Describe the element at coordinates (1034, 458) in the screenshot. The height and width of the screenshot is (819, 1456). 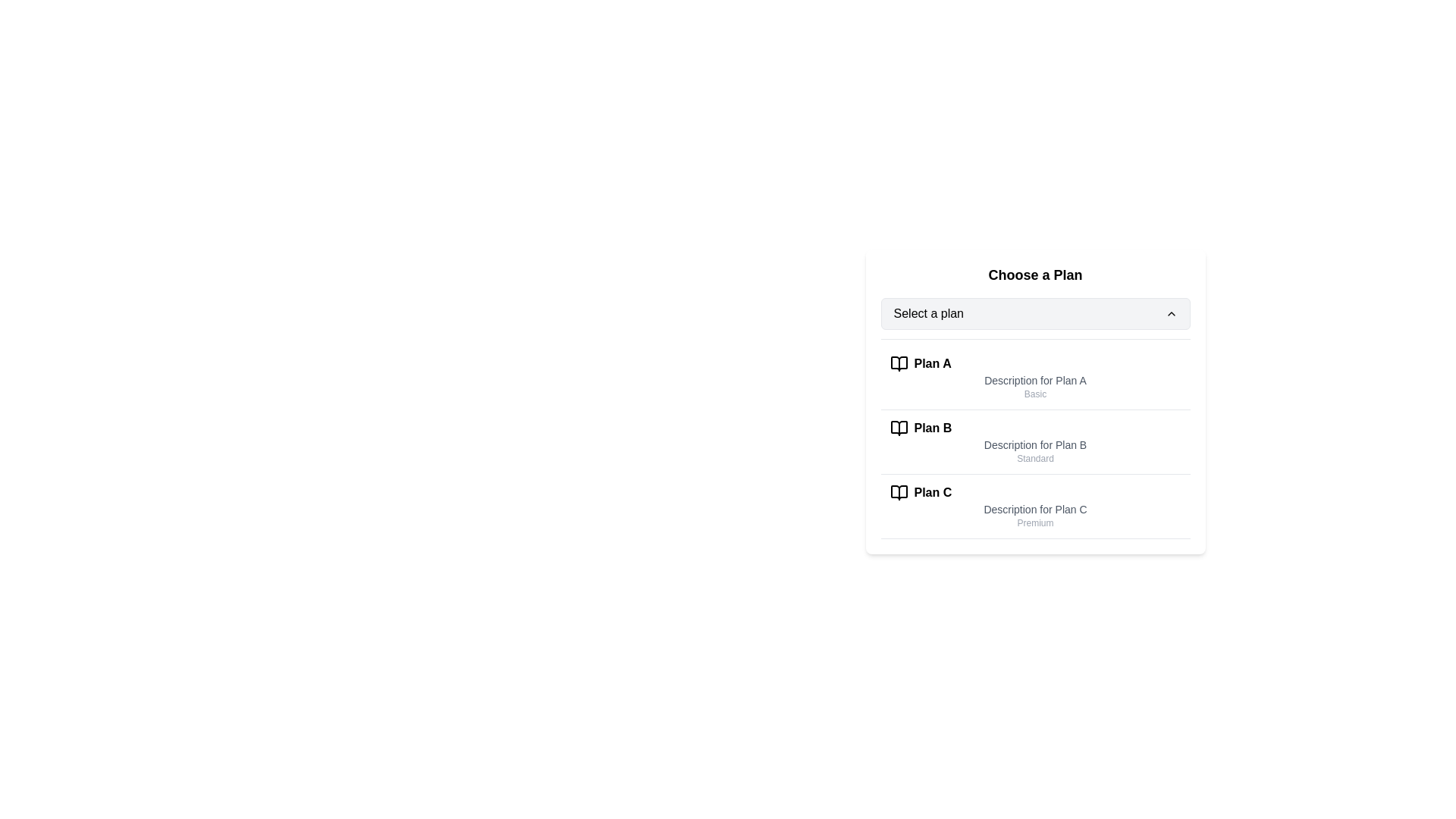
I see `the text label reading 'Standard' that appears under the description text 'Description for Plan B'` at that location.